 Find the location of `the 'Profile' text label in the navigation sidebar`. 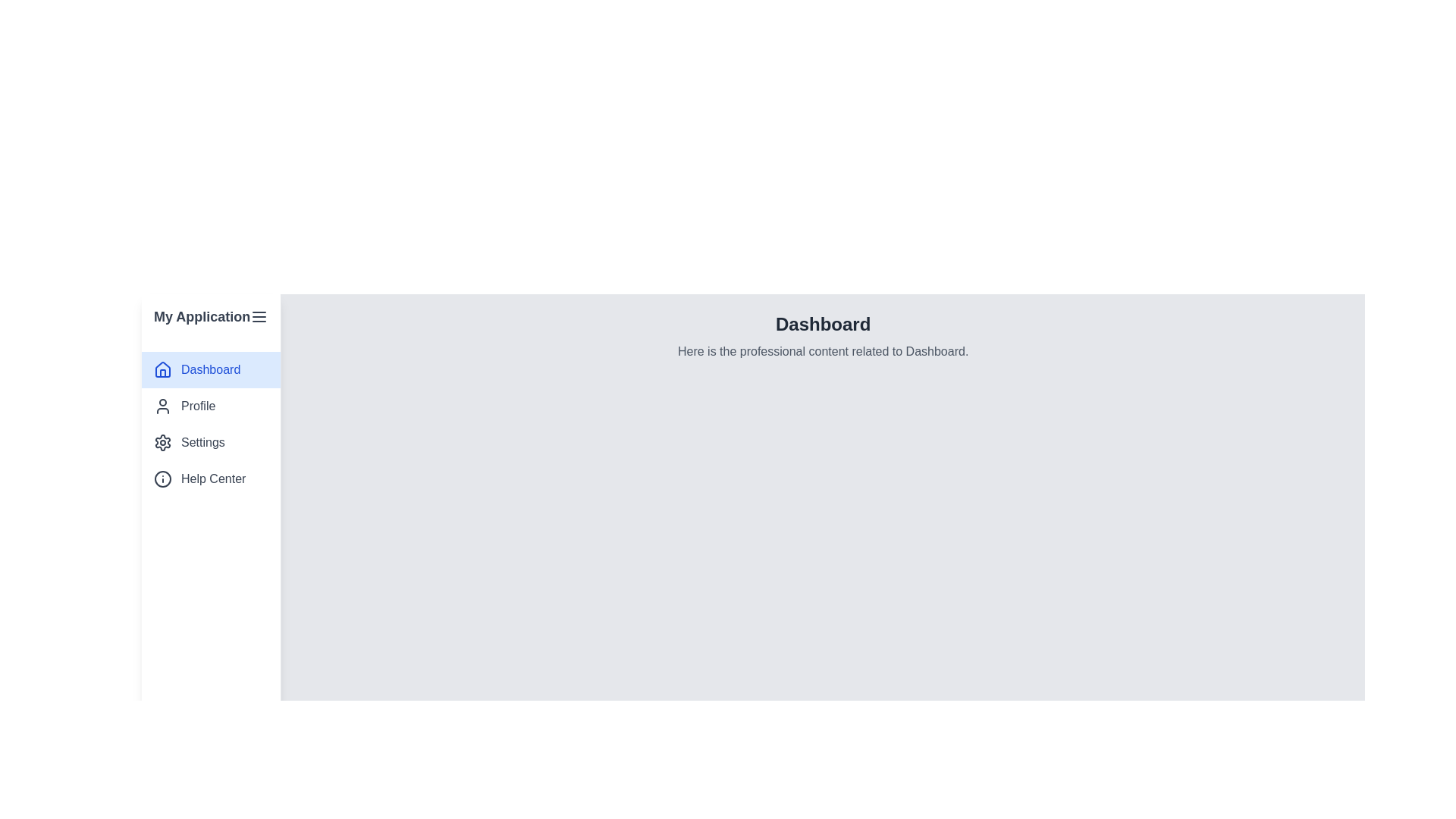

the 'Profile' text label in the navigation sidebar is located at coordinates (197, 406).